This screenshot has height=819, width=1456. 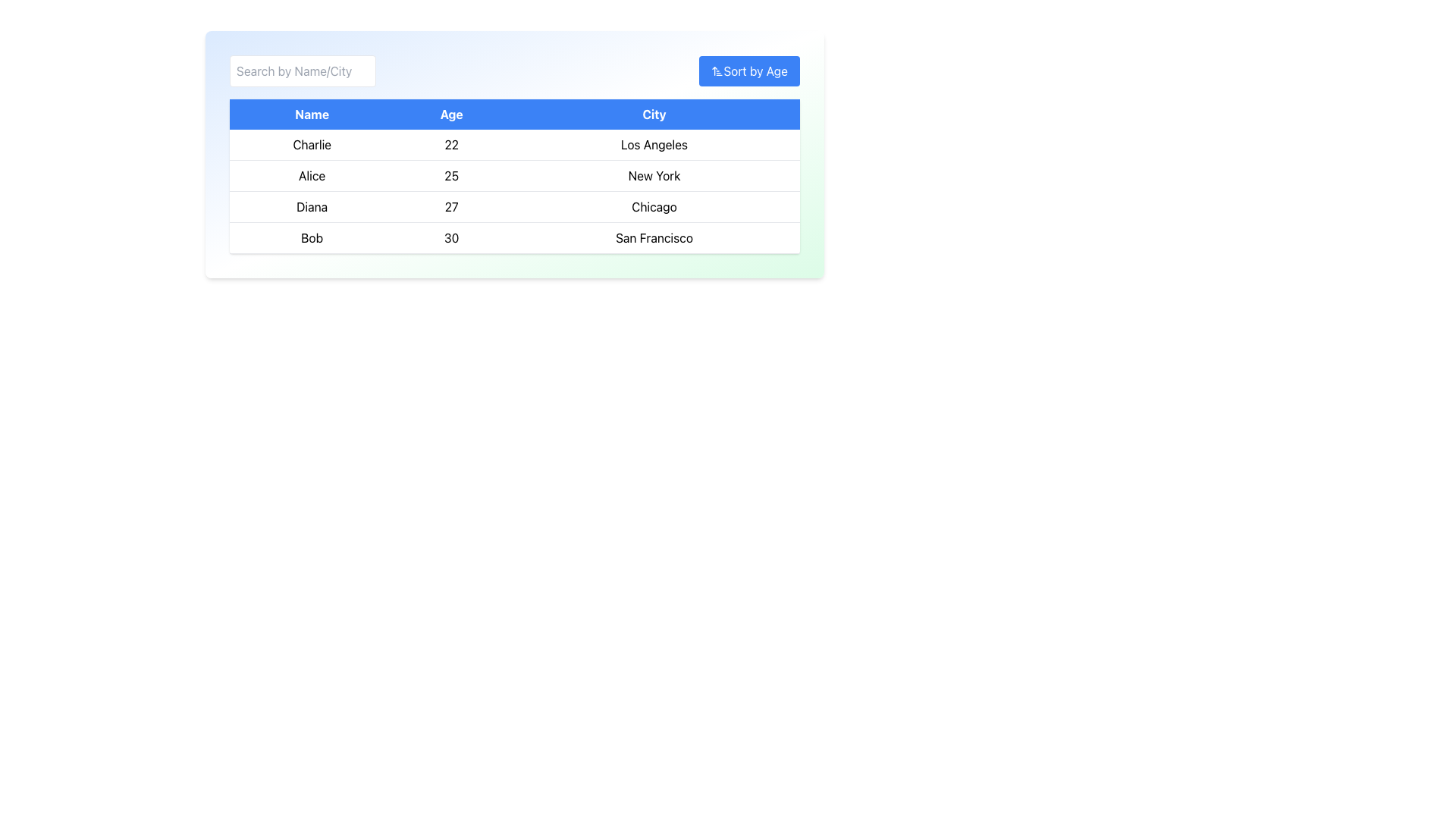 What do you see at coordinates (654, 145) in the screenshot?
I see `the static Text label displaying the city name 'Los Angeles' associated with 'Charlie' (Age: 22) in the table` at bounding box center [654, 145].